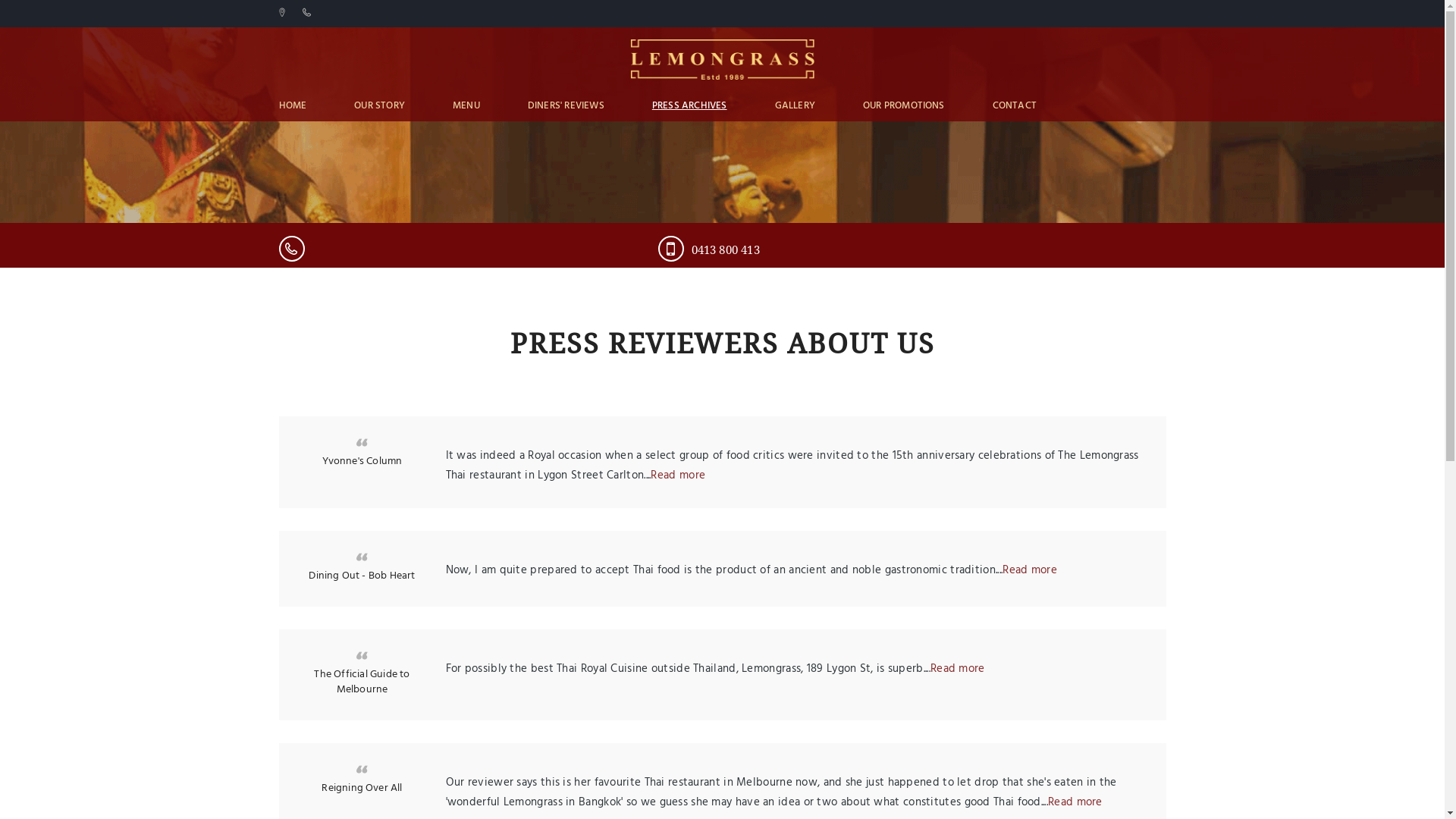 This screenshot has height=819, width=1456. I want to click on 'Read more', so click(1047, 801).